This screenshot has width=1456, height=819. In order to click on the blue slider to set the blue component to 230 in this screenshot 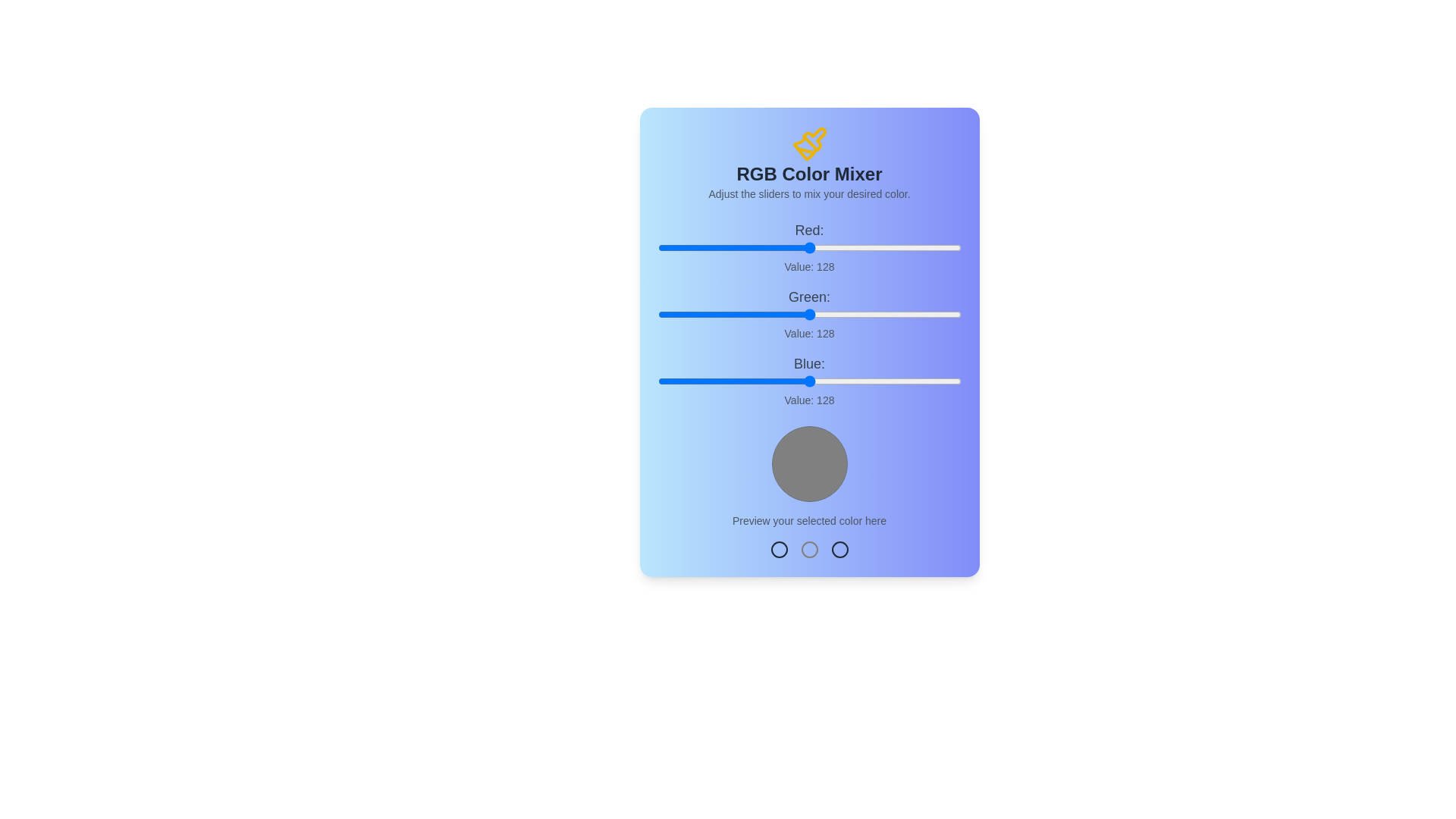, I will do `click(930, 380)`.